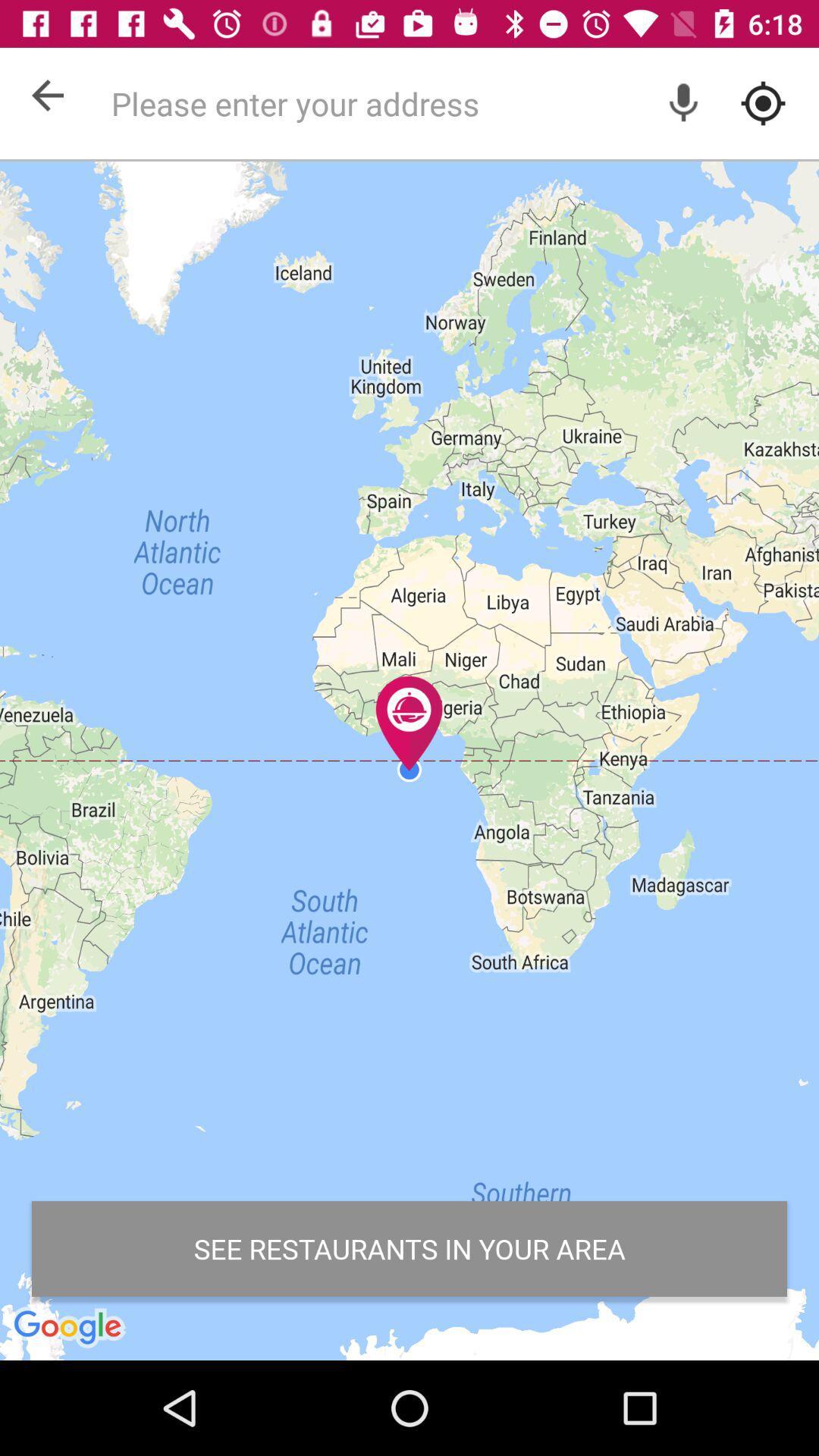 This screenshot has width=819, height=1456. What do you see at coordinates (46, 94) in the screenshot?
I see `the arrow_backward icon` at bounding box center [46, 94].